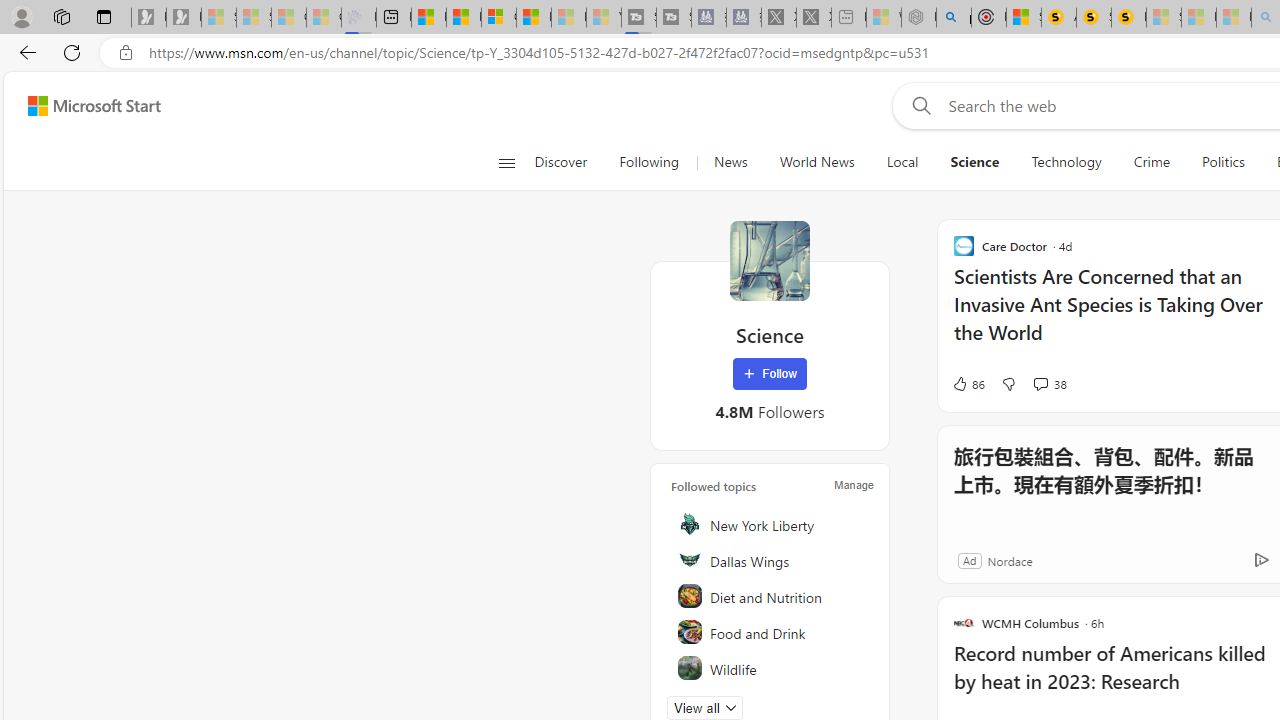 The height and width of the screenshot is (720, 1280). Describe the element at coordinates (854, 484) in the screenshot. I see `'Manage'` at that location.